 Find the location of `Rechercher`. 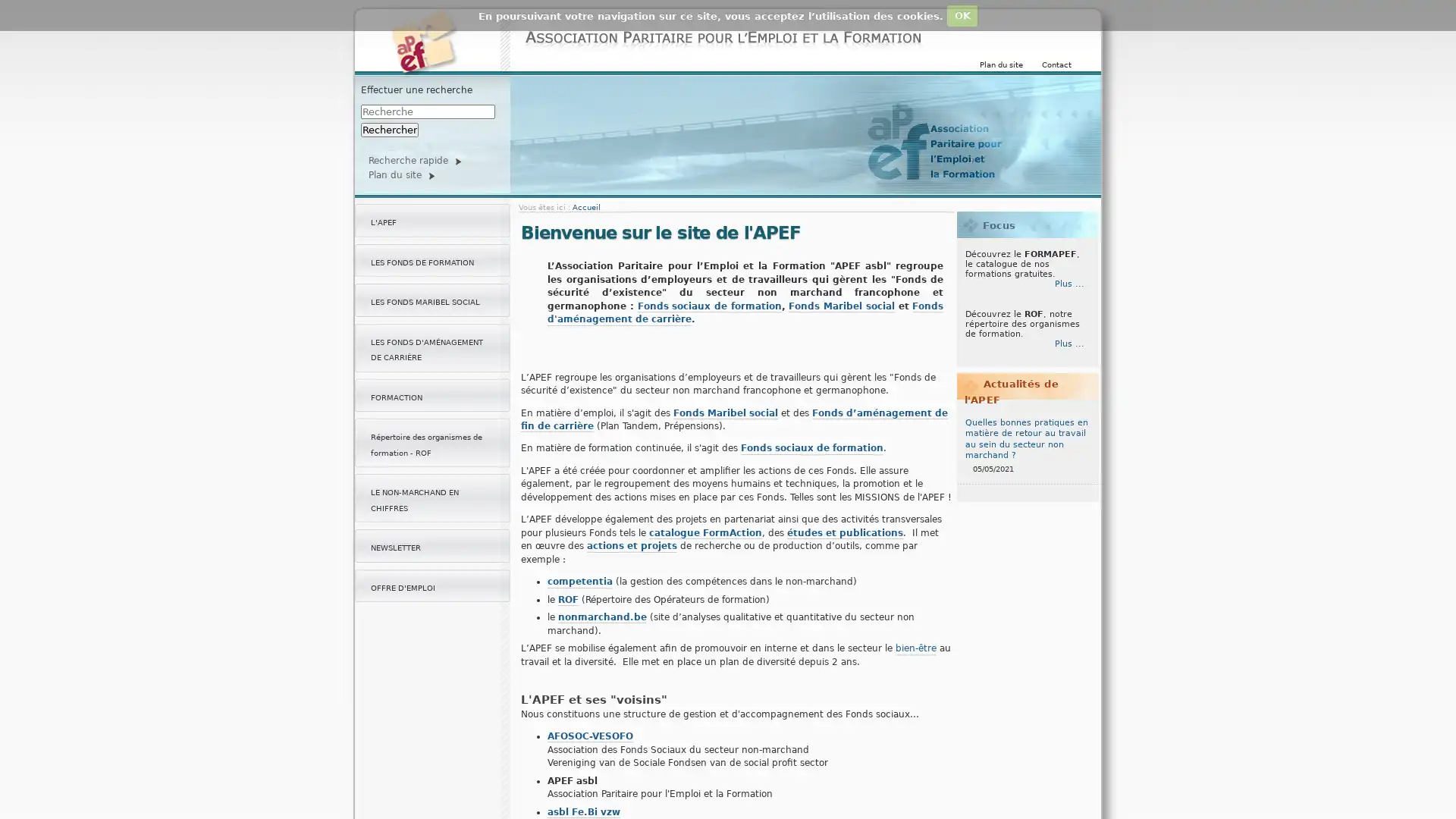

Rechercher is located at coordinates (389, 129).